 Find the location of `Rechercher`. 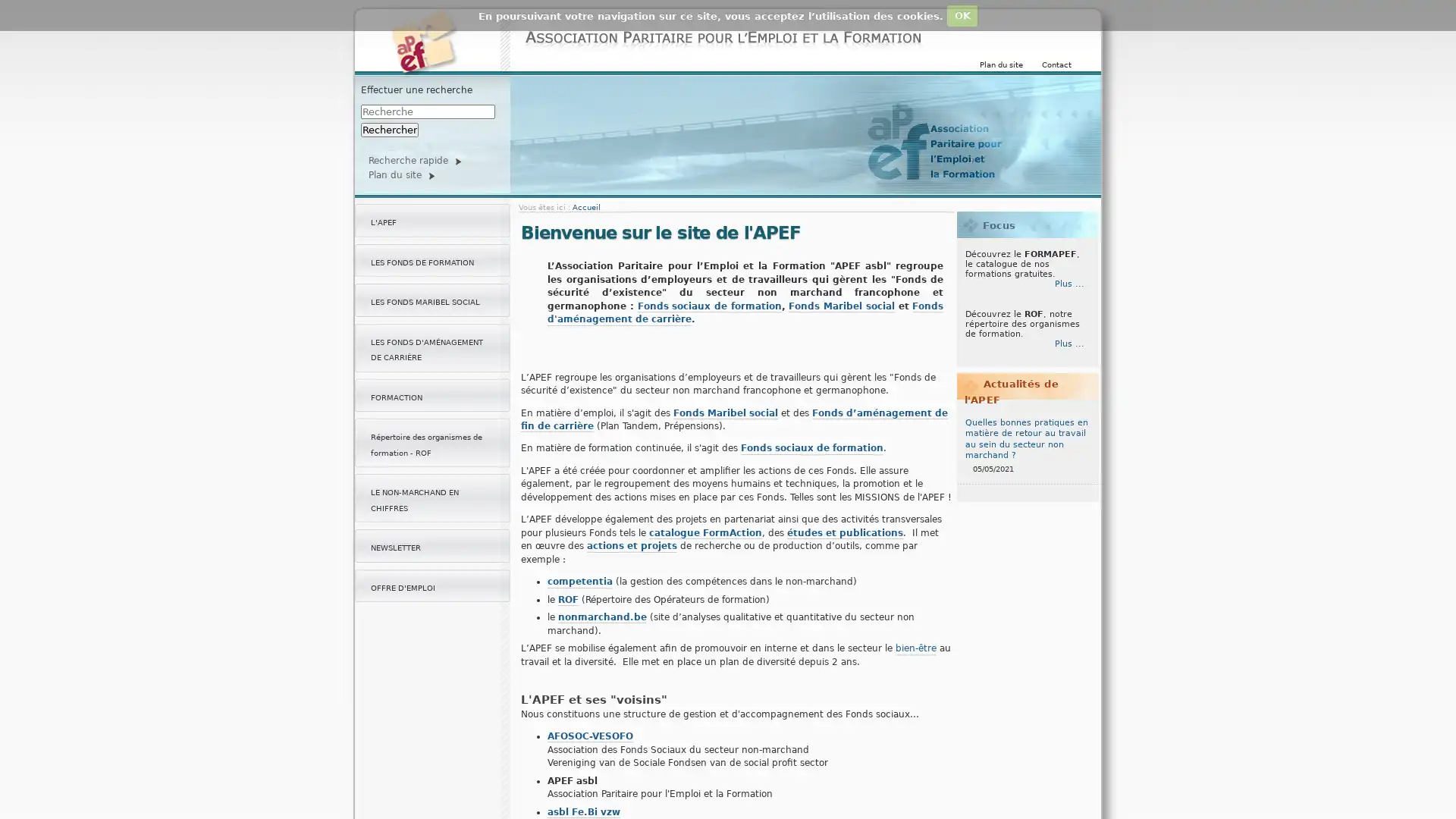

Rechercher is located at coordinates (389, 129).